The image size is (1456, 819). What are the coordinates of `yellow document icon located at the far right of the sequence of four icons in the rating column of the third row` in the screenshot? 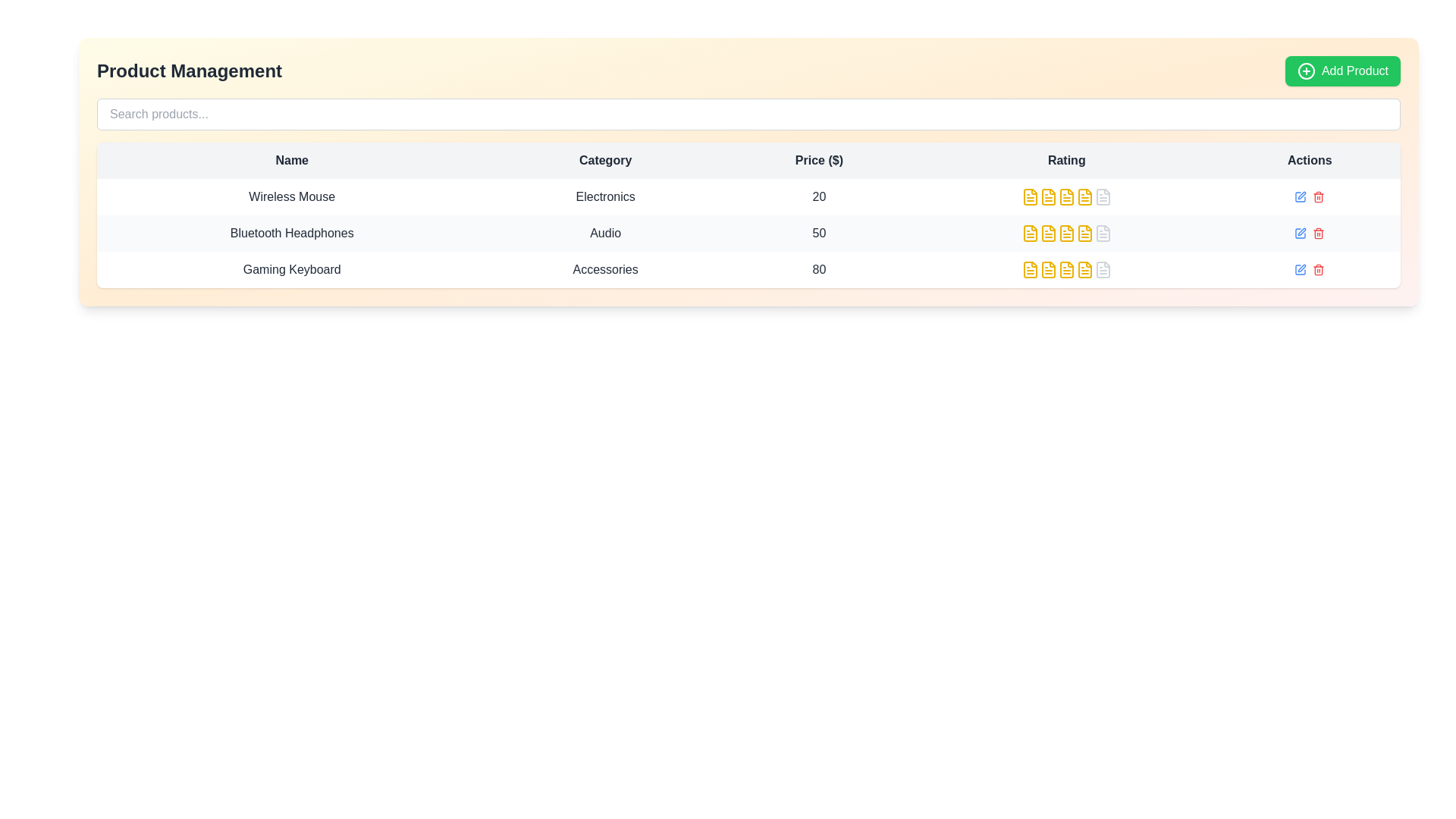 It's located at (1084, 268).